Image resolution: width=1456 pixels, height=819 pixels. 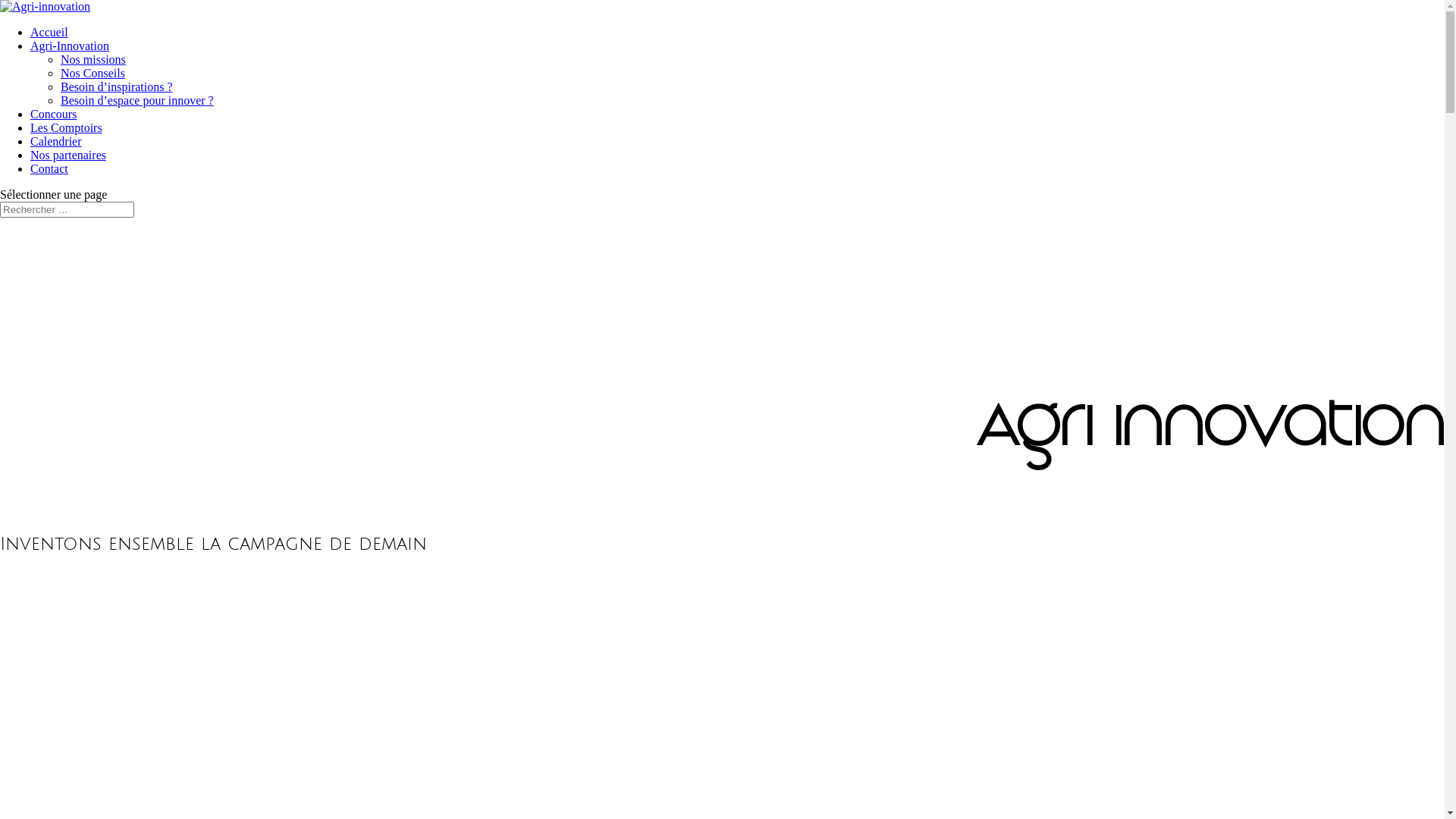 I want to click on 'Nos partenaires', so click(x=67, y=155).